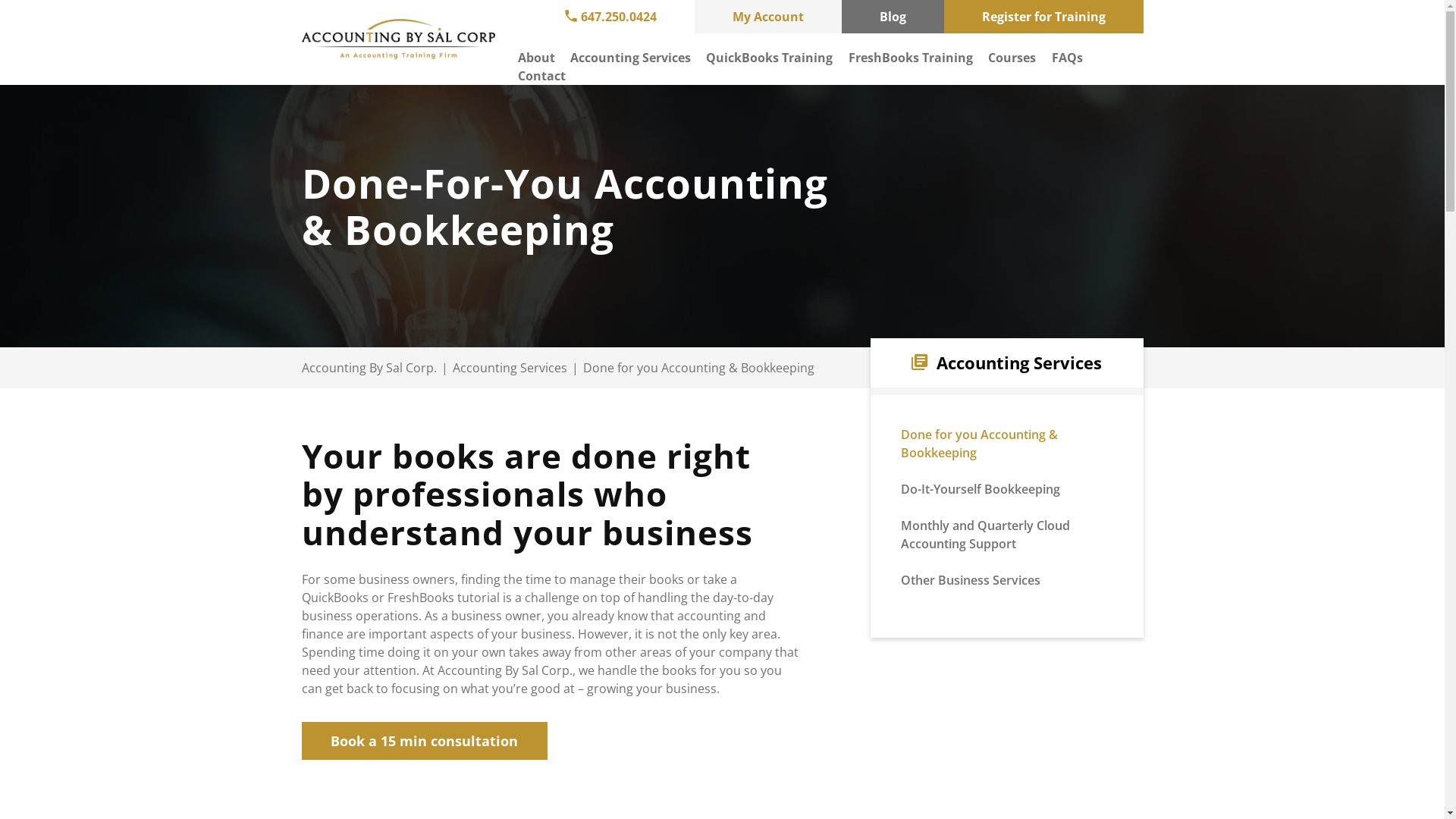 The width and height of the screenshot is (1456, 819). I want to click on 'Other Business Services', so click(971, 579).